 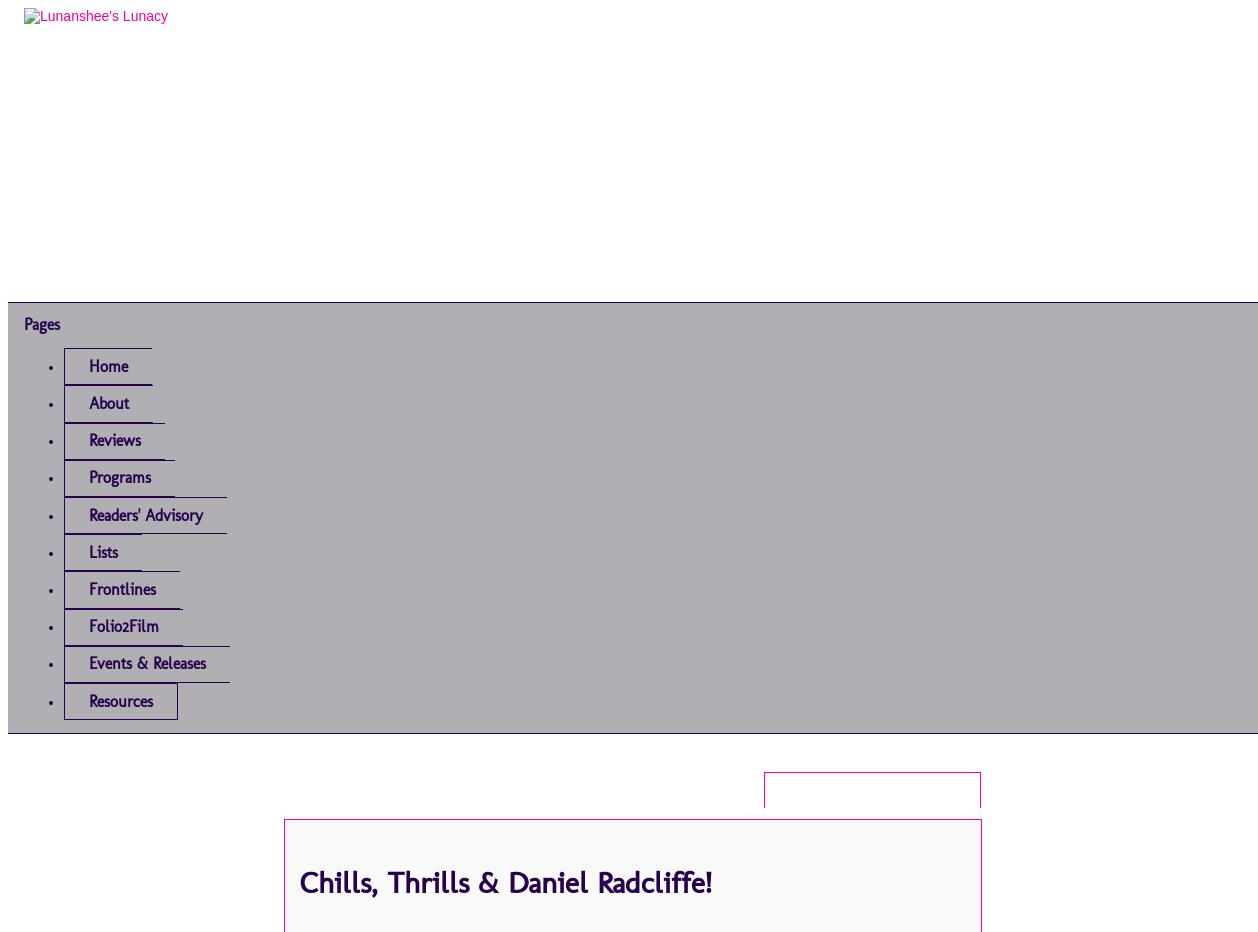 I want to click on 'Folio2Film', so click(x=124, y=625).